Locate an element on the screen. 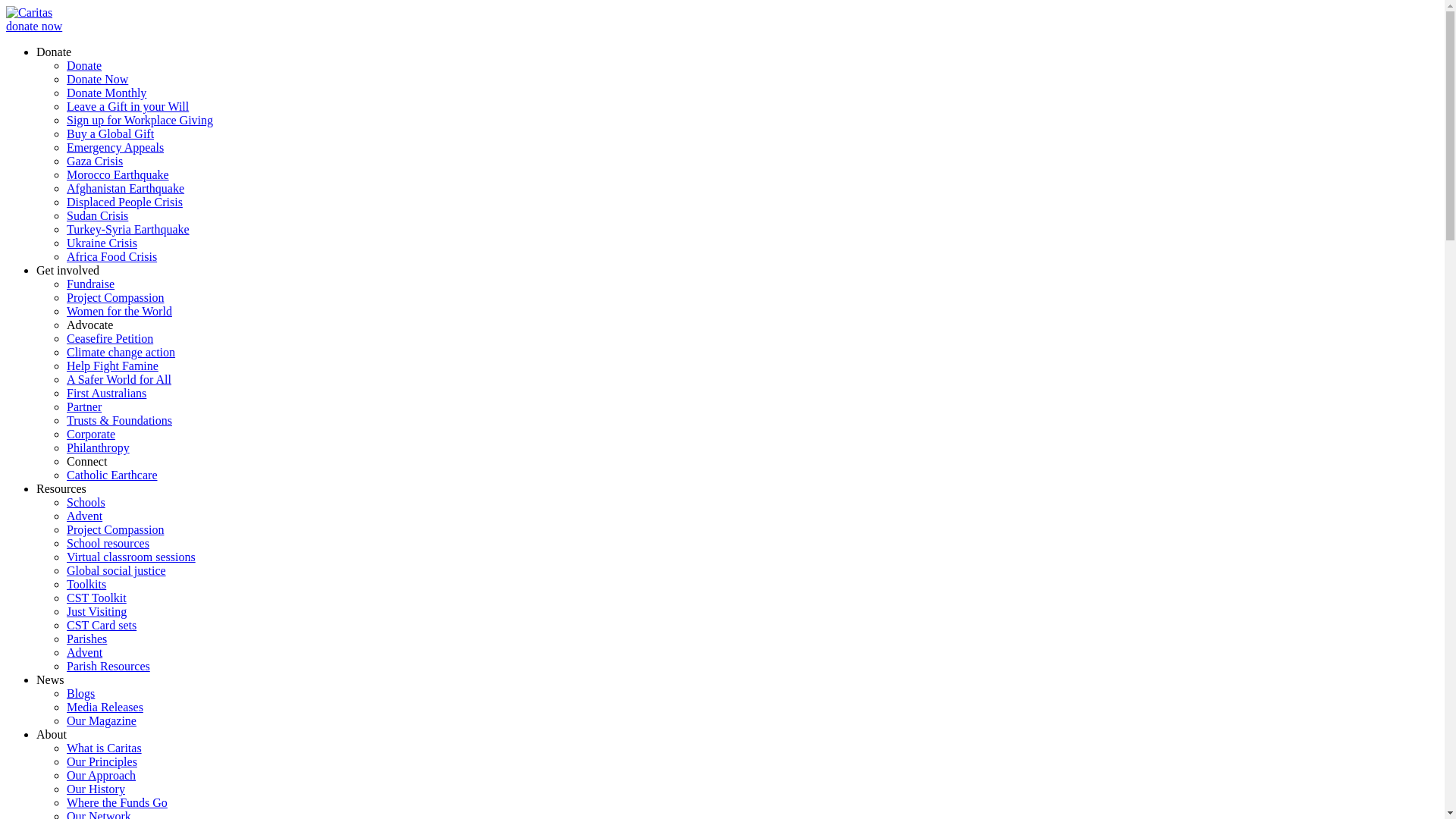  'Ukraine Crisis' is located at coordinates (65, 242).